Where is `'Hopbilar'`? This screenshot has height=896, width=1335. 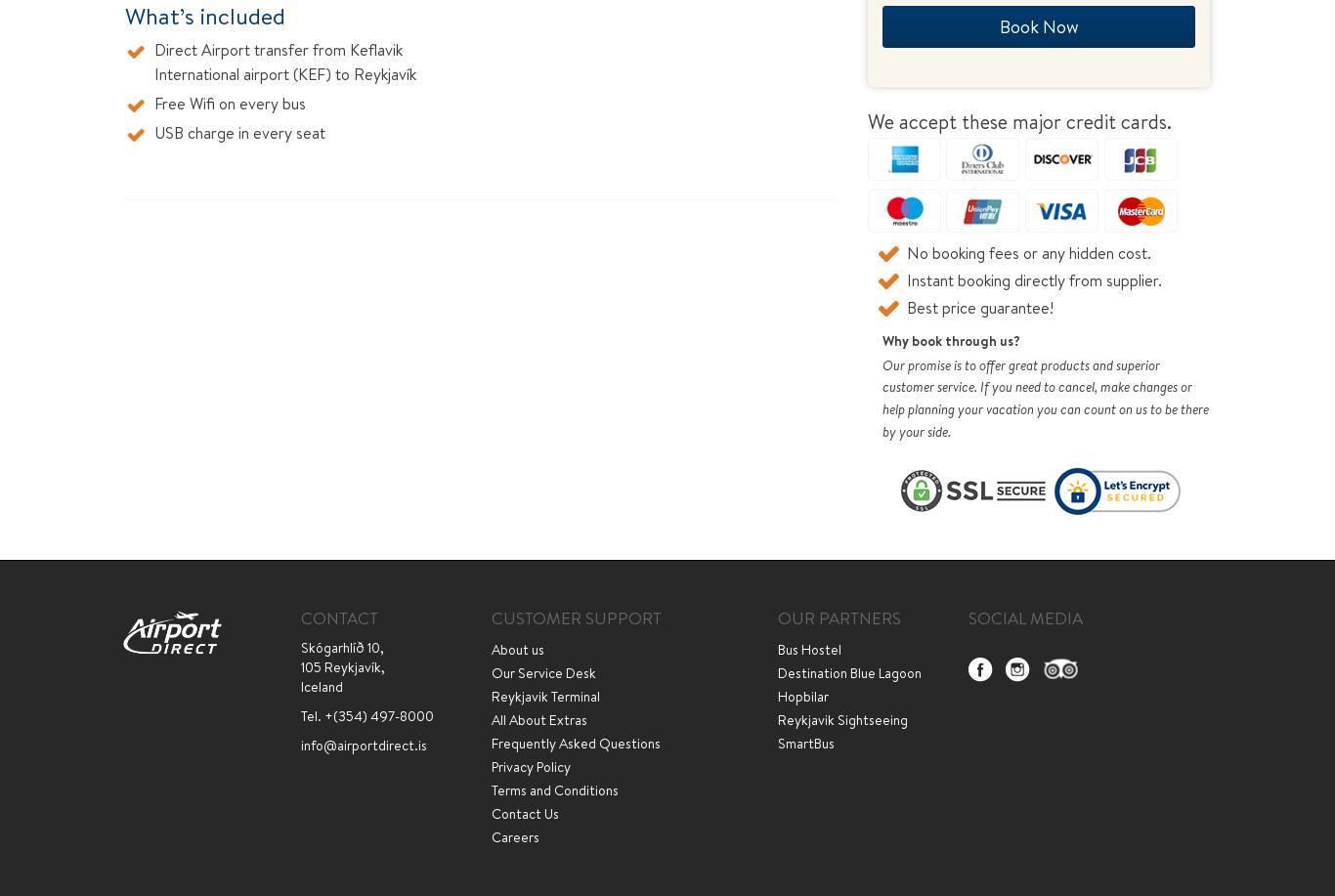
'Hopbilar' is located at coordinates (777, 695).